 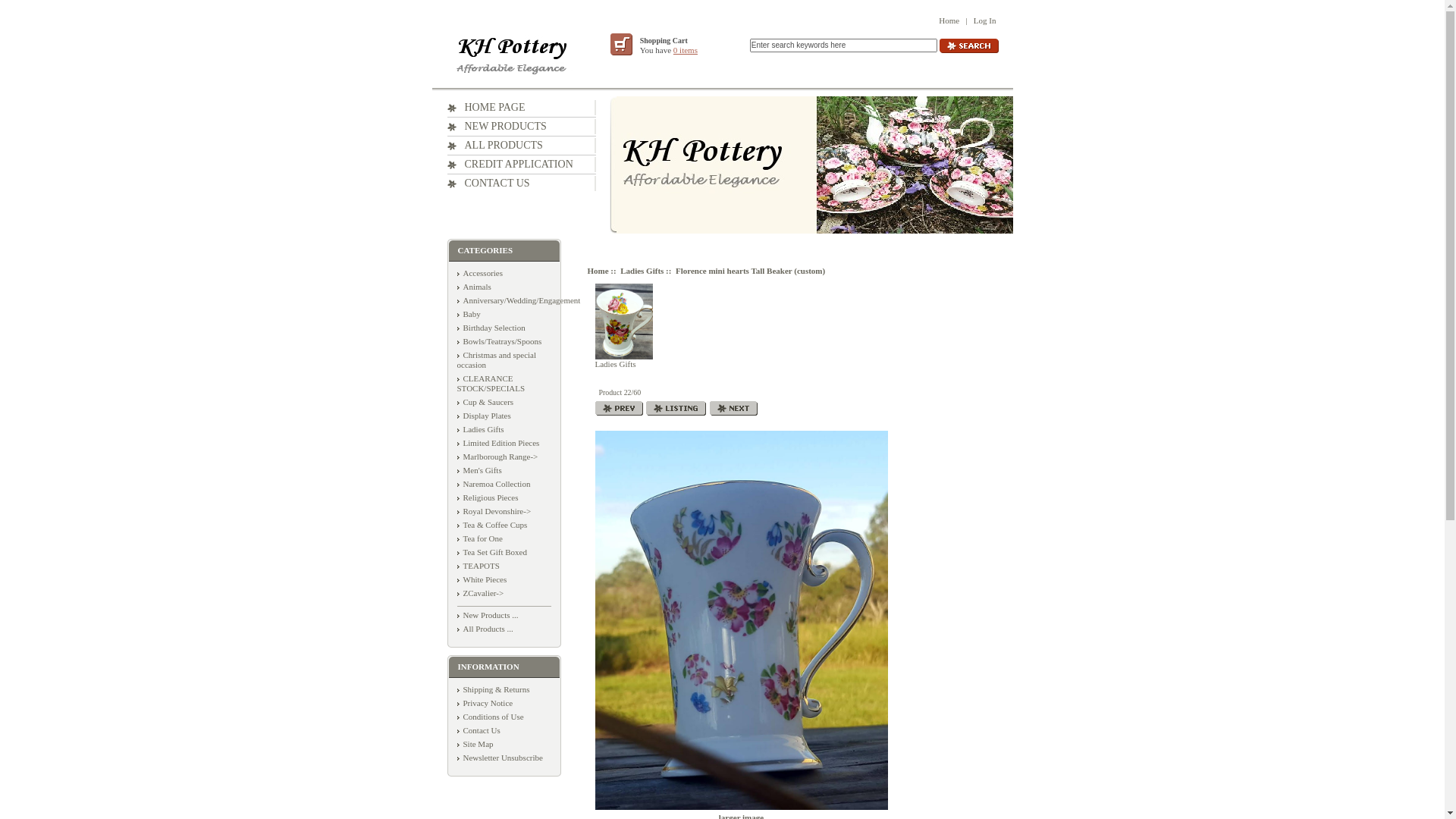 What do you see at coordinates (482, 415) in the screenshot?
I see `'Display Plates'` at bounding box center [482, 415].